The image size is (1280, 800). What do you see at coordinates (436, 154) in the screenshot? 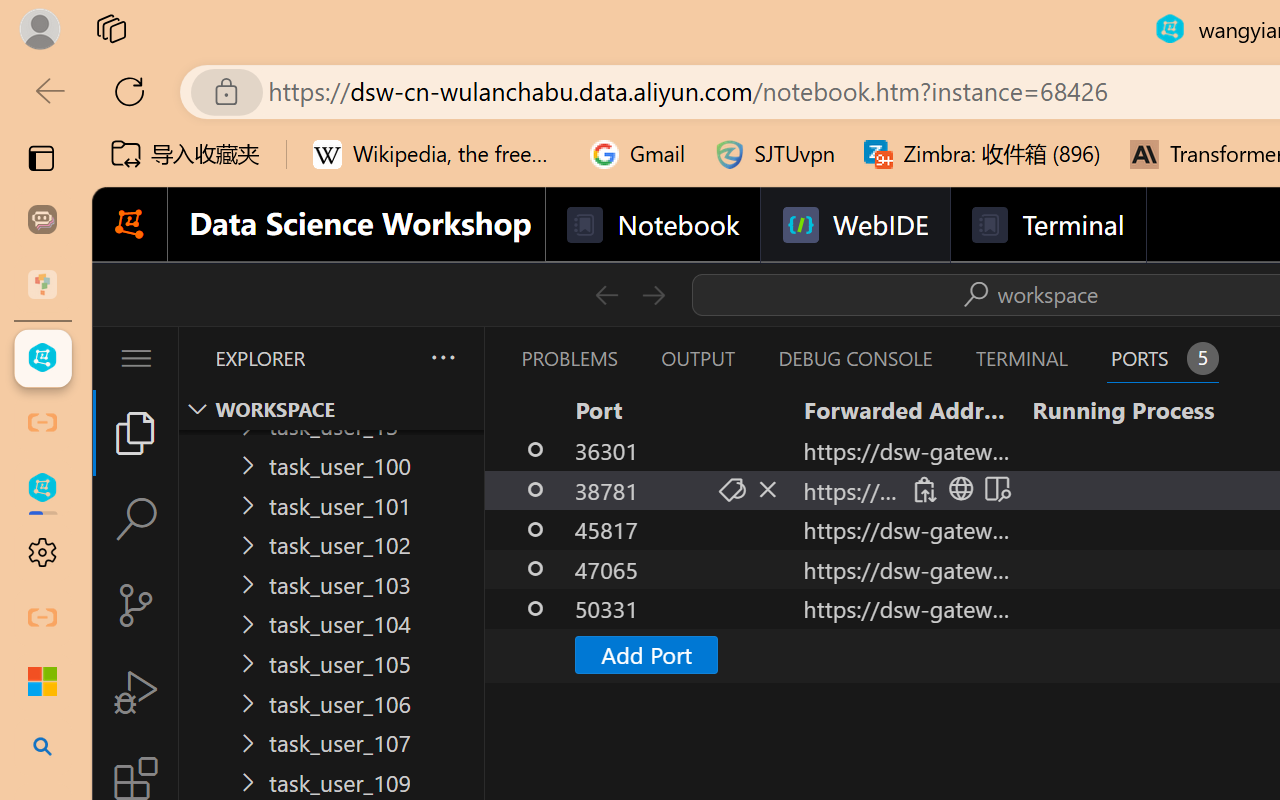
I see `'Wikipedia, the free encyclopedia'` at bounding box center [436, 154].